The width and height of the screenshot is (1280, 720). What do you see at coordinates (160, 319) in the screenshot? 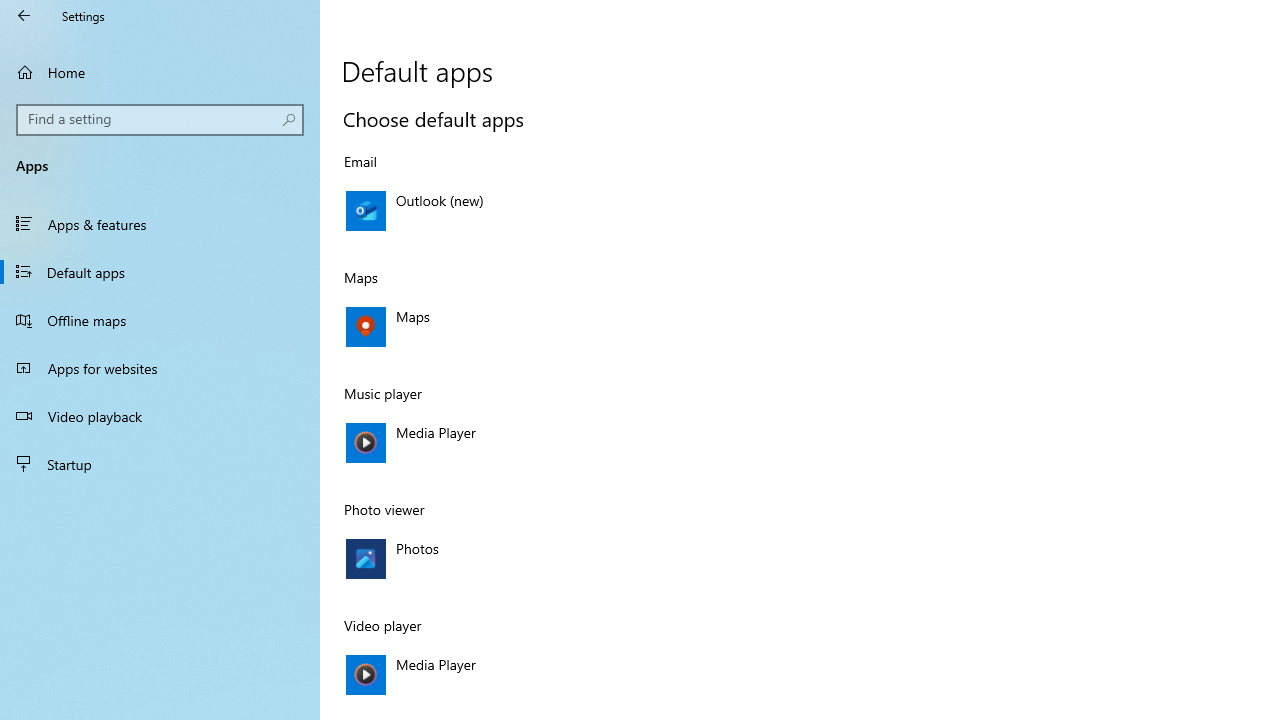
I see `'Offline maps'` at bounding box center [160, 319].